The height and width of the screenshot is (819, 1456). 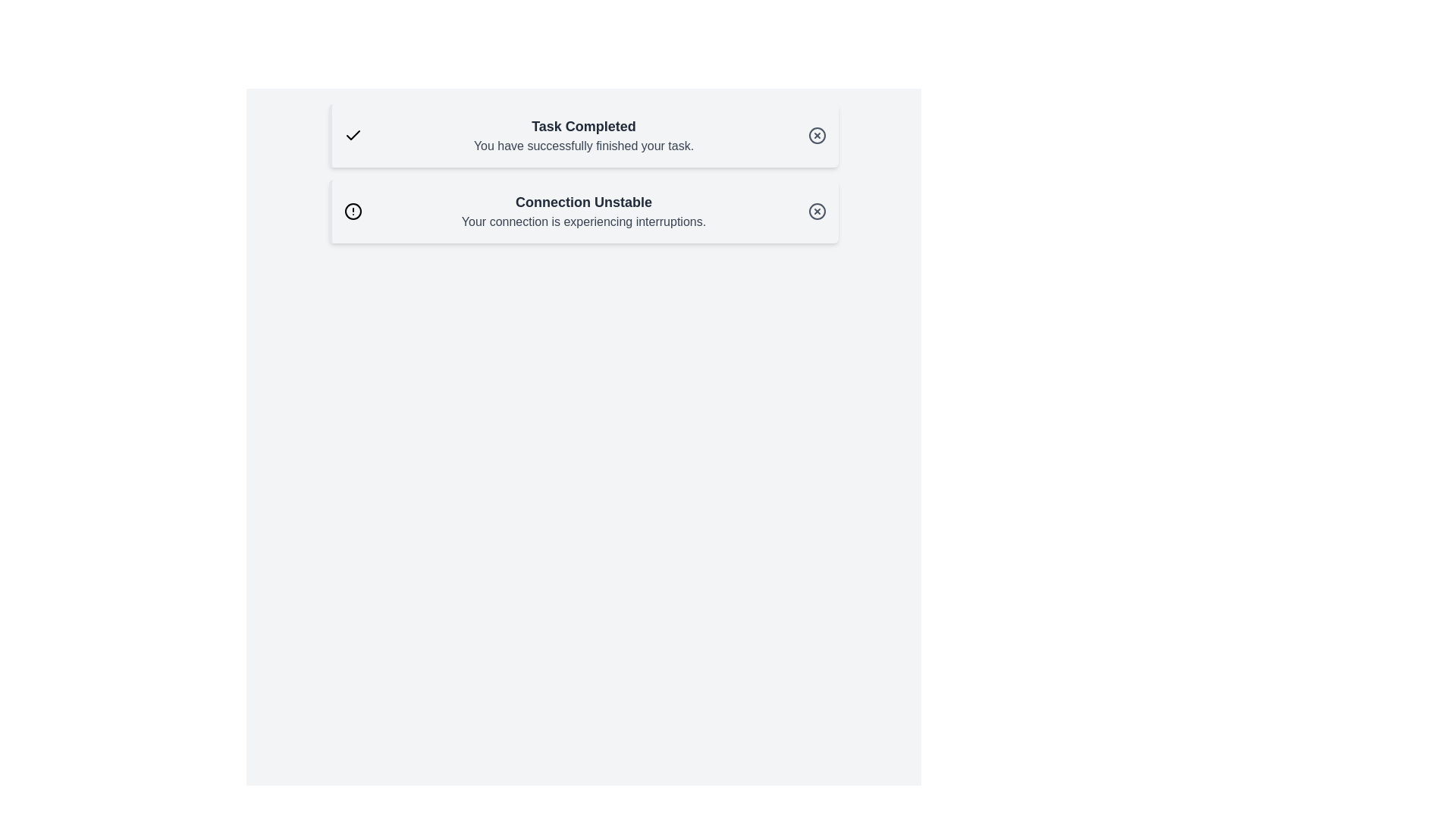 I want to click on the bold text element displaying 'Connection Unstable', which is prominently located in the center of the page on a white background, so click(x=582, y=201).